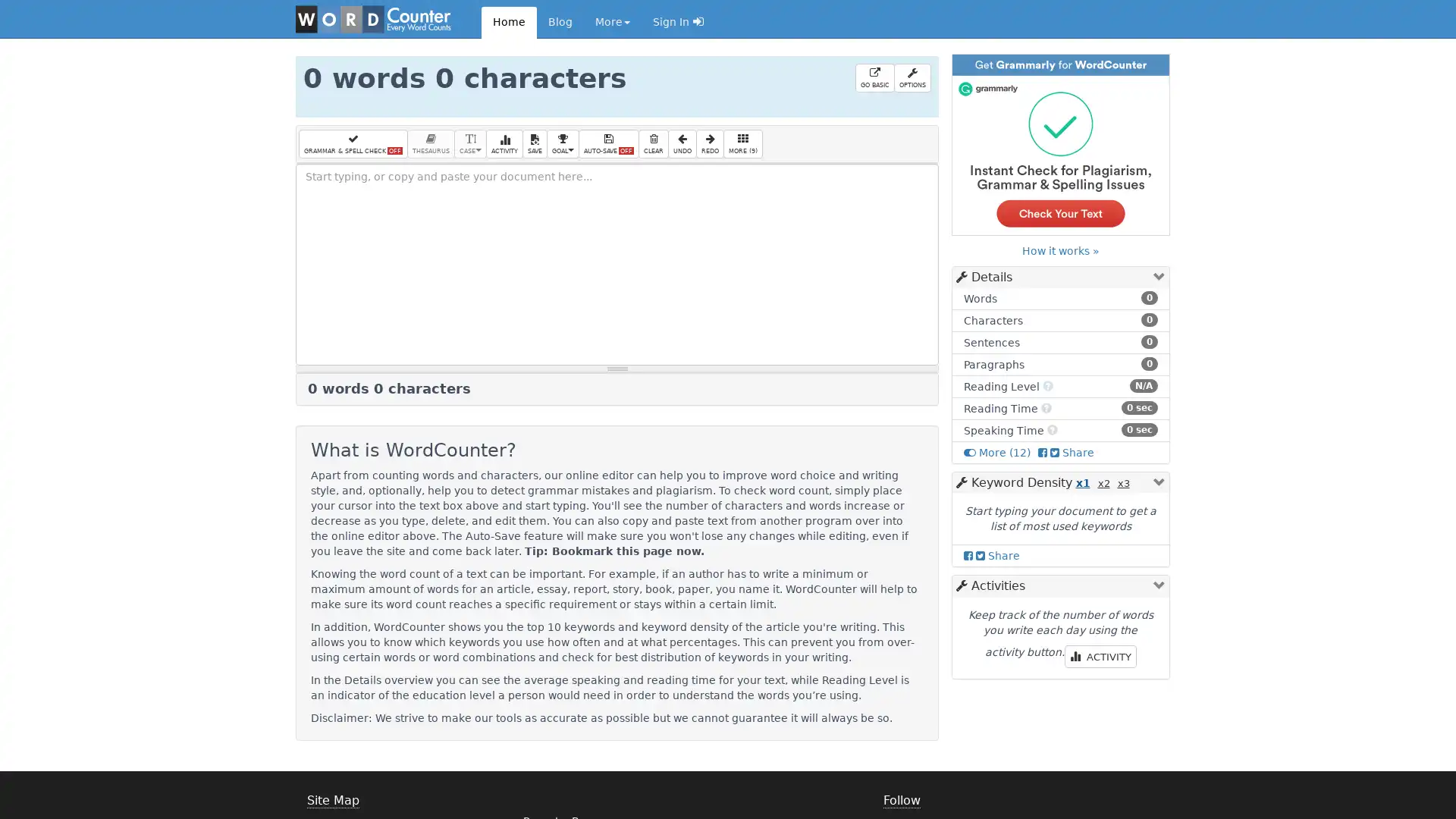 The height and width of the screenshot is (819, 1456). Describe the element at coordinates (430, 143) in the screenshot. I see `THESAURUS` at that location.